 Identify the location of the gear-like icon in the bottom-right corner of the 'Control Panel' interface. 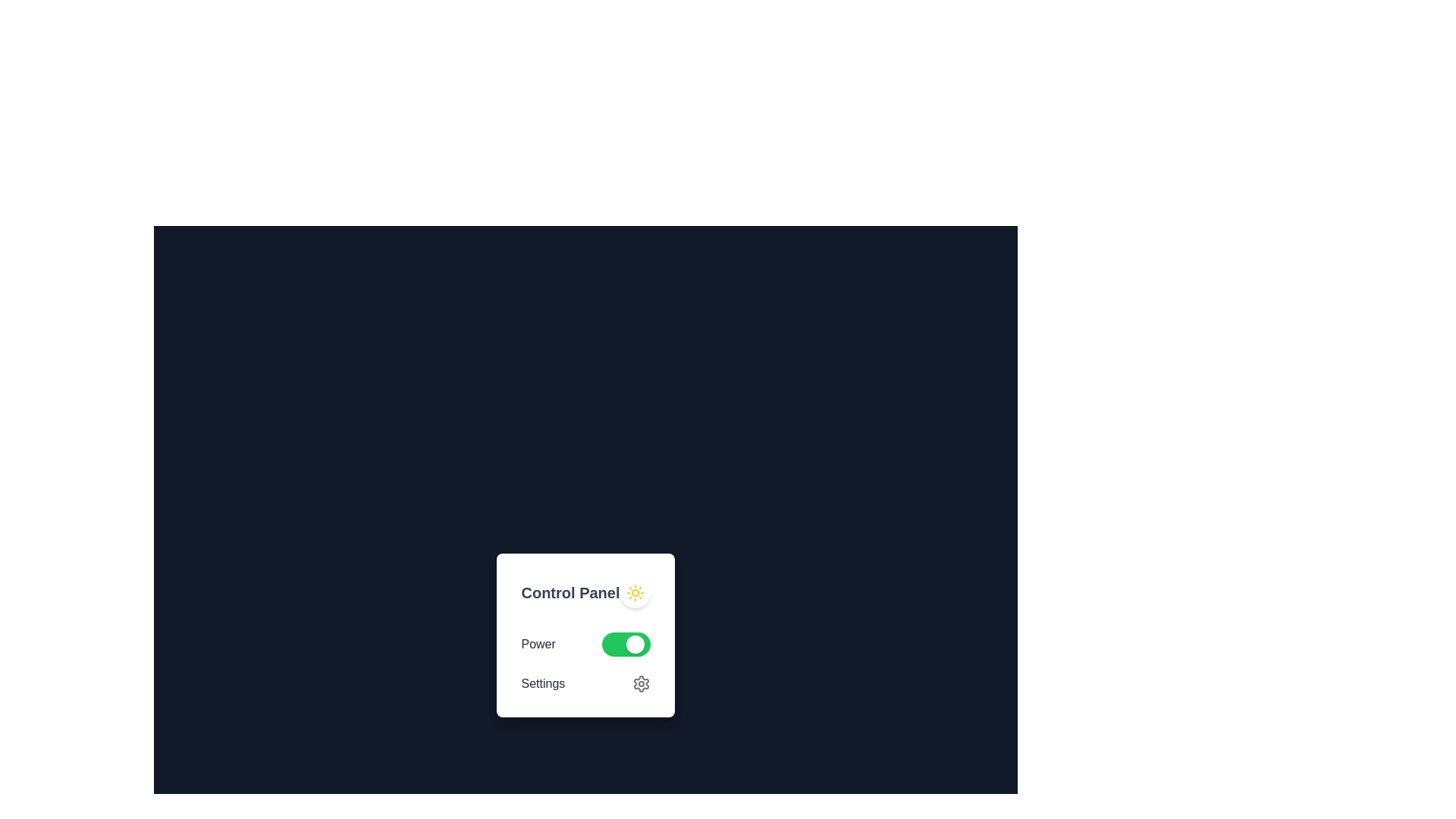
(641, 684).